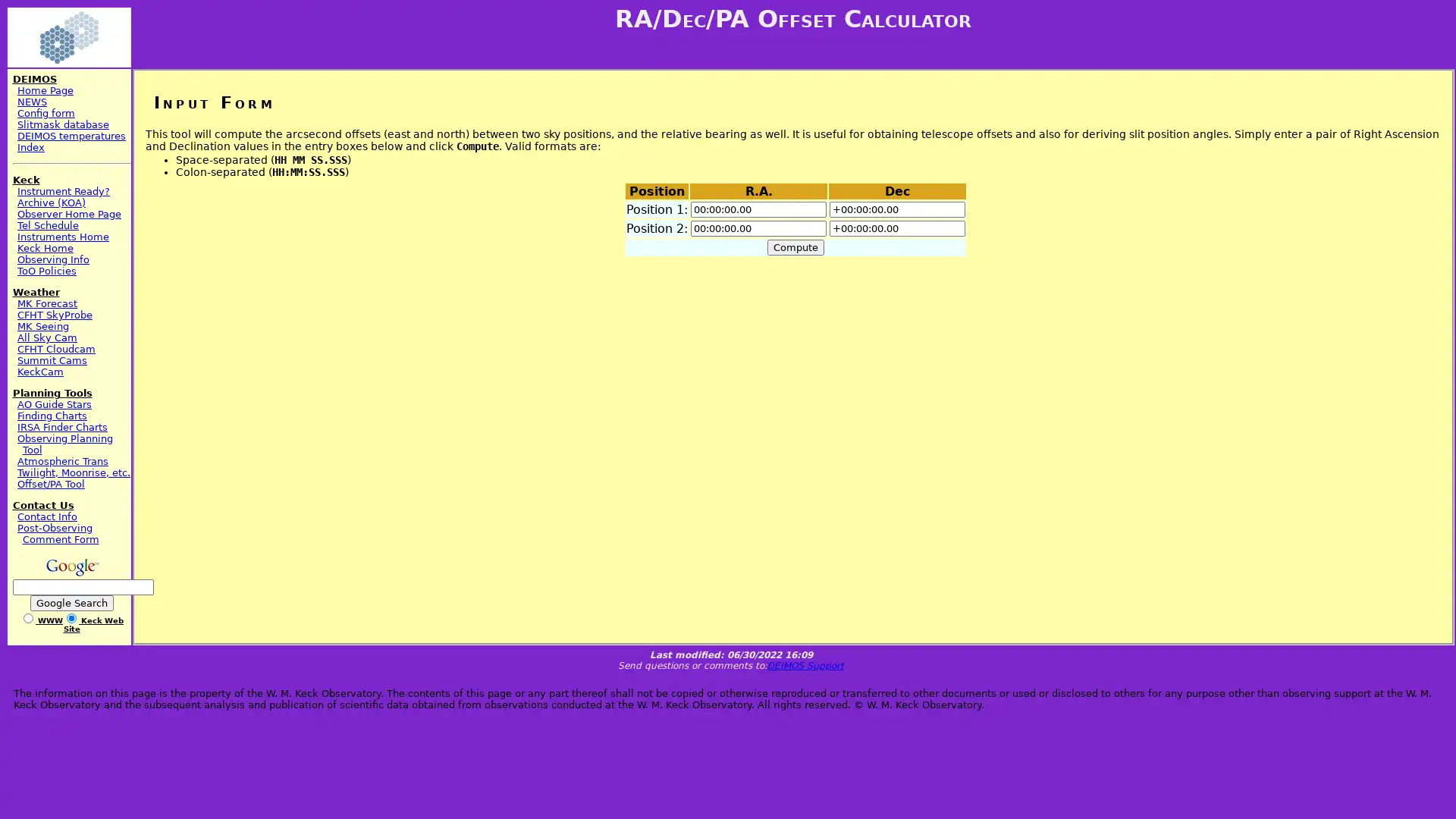 The width and height of the screenshot is (1456, 819). I want to click on Compute, so click(795, 246).